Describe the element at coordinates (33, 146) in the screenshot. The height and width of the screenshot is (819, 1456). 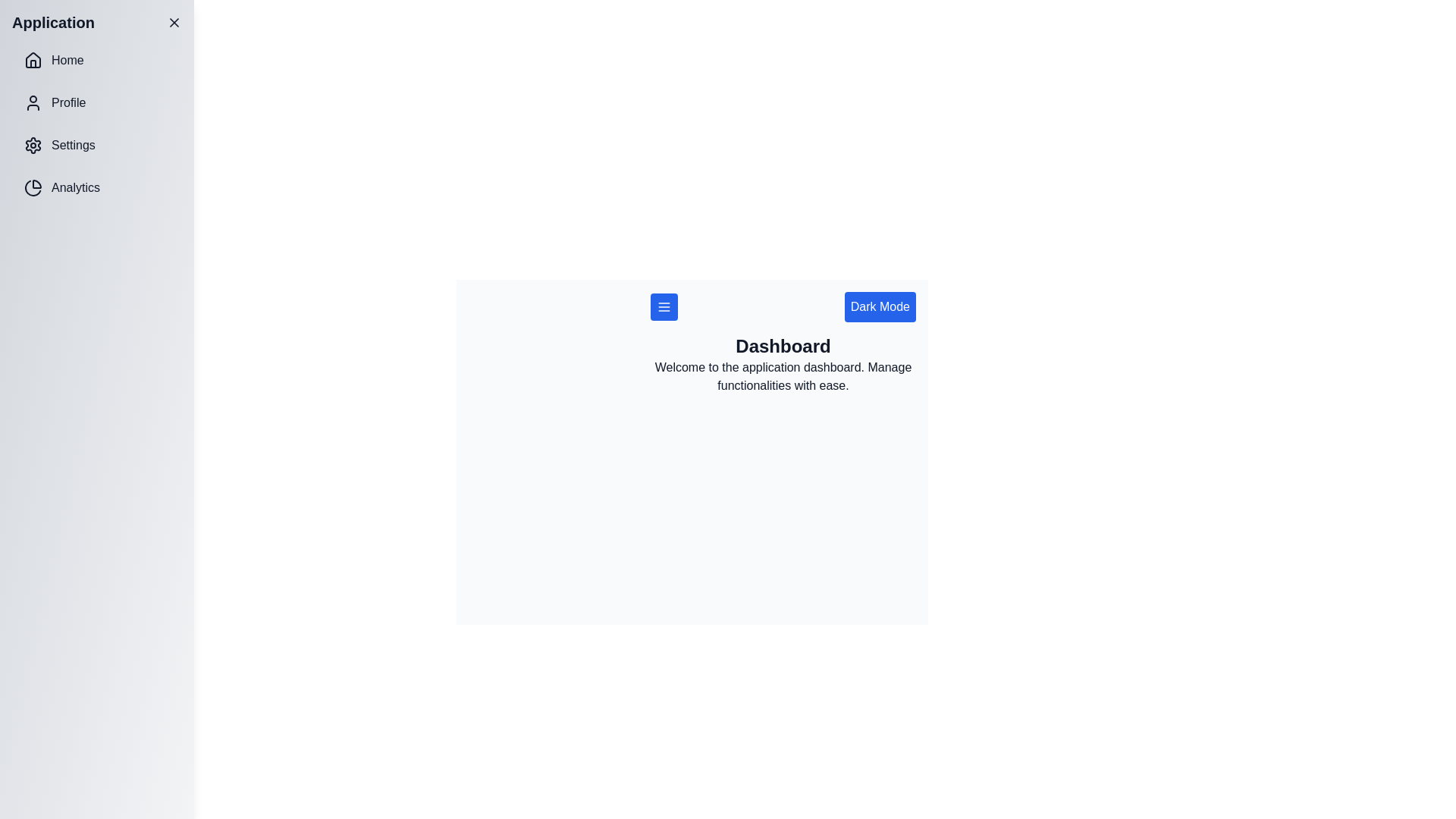
I see `the gear-shaped settings icon located in the sidebar menu under the 'Application' header, which is the third icon in the vertical list` at that location.